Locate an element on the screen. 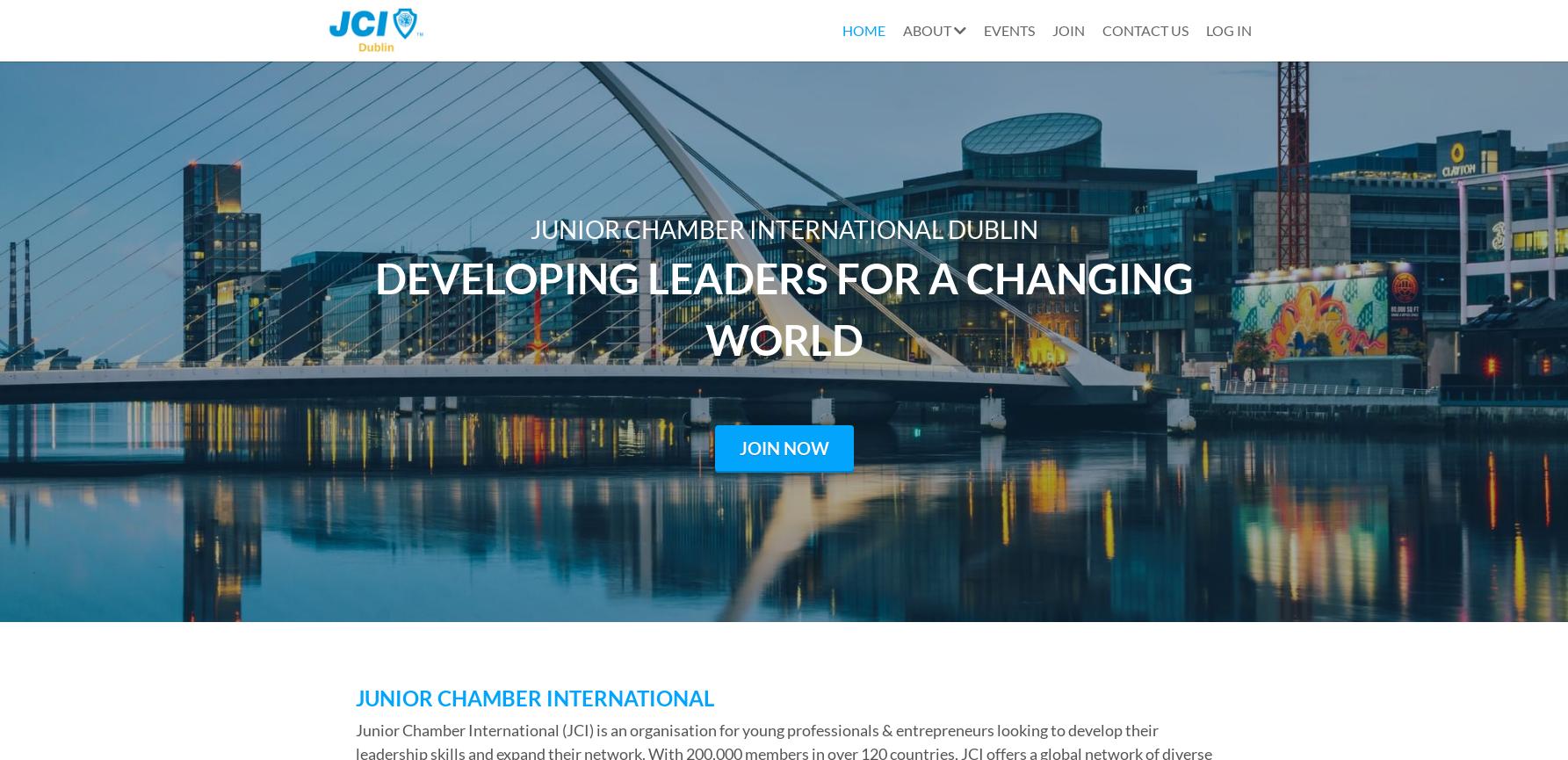 This screenshot has width=1568, height=760. 'EVENTS' is located at coordinates (983, 30).